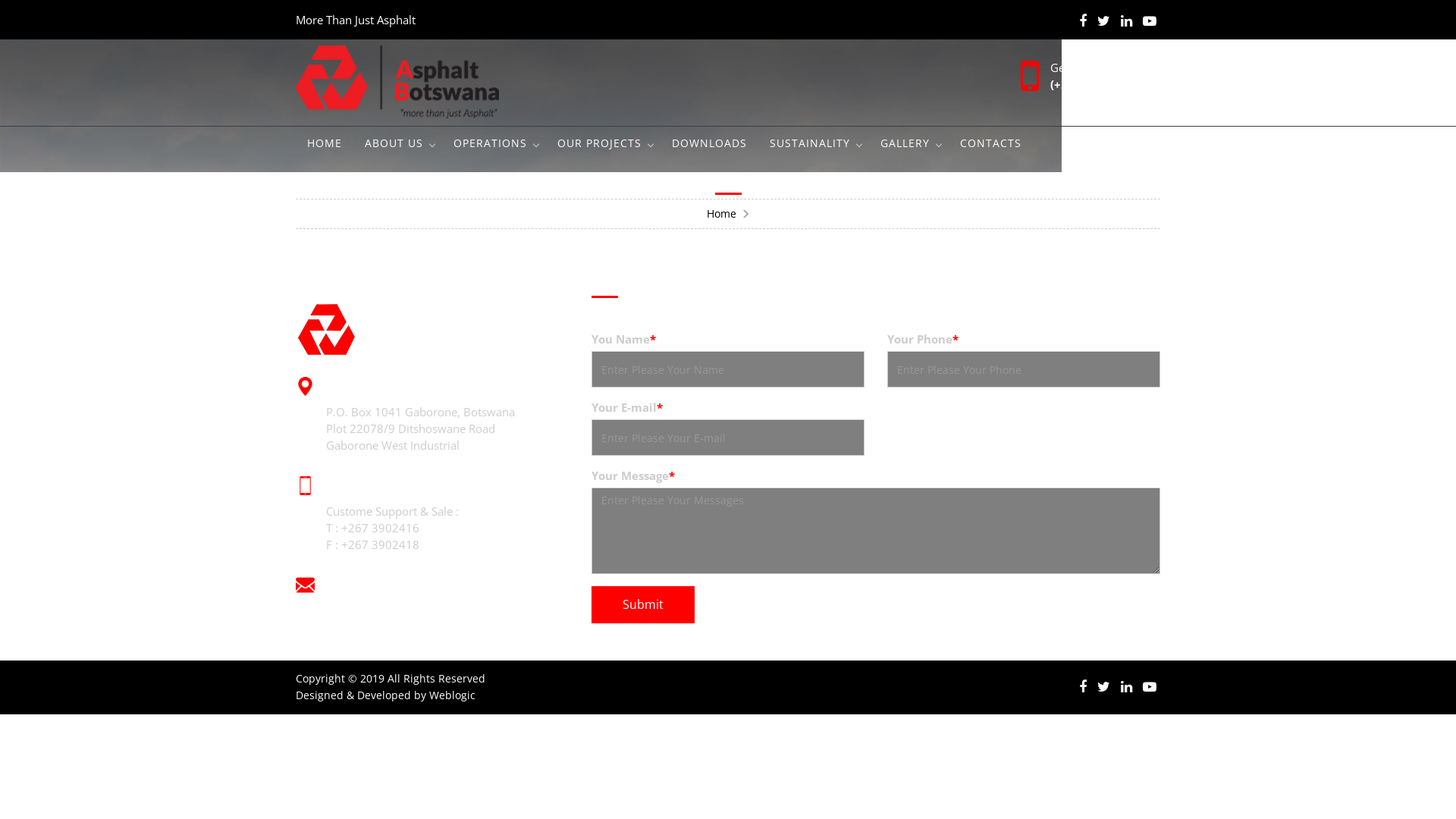  I want to click on 'OPERATIONS', so click(494, 143).